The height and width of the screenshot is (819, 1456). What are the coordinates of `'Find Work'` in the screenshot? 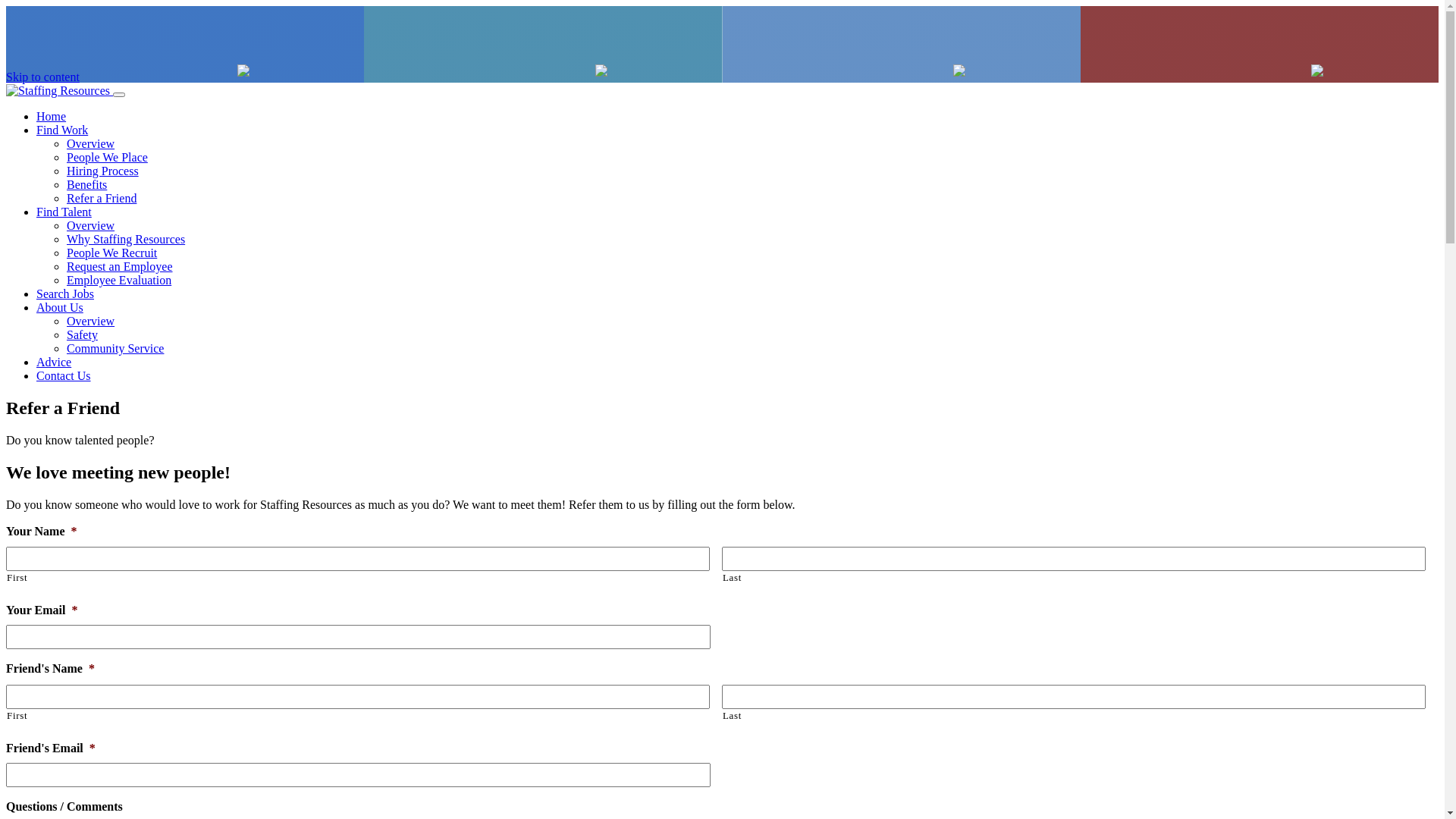 It's located at (36, 129).